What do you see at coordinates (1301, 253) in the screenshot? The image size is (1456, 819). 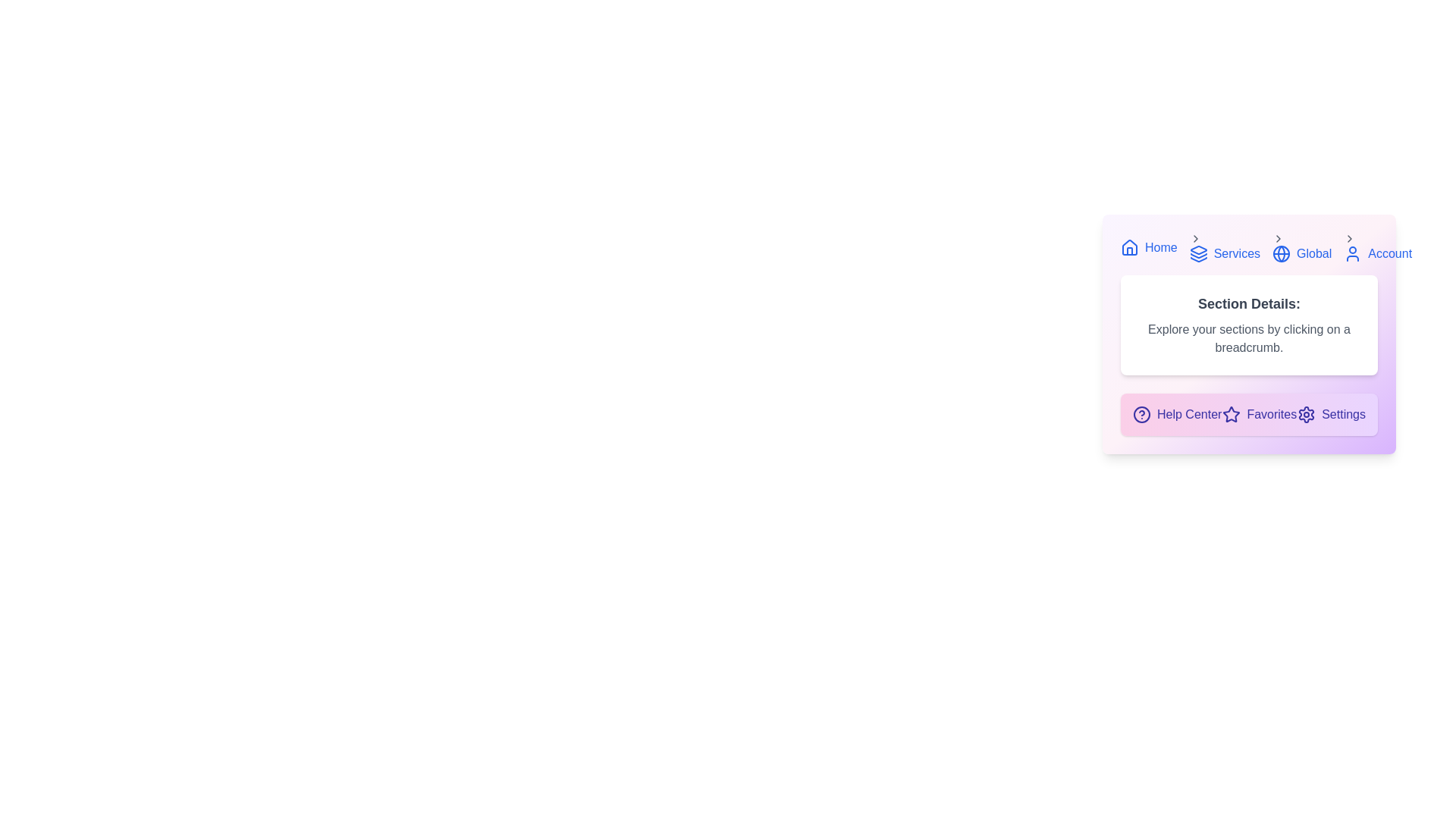 I see `the hyperlink styled with the text 'Global' located in the breadcrumb navigation bar between 'Services' and 'Account'` at bounding box center [1301, 253].